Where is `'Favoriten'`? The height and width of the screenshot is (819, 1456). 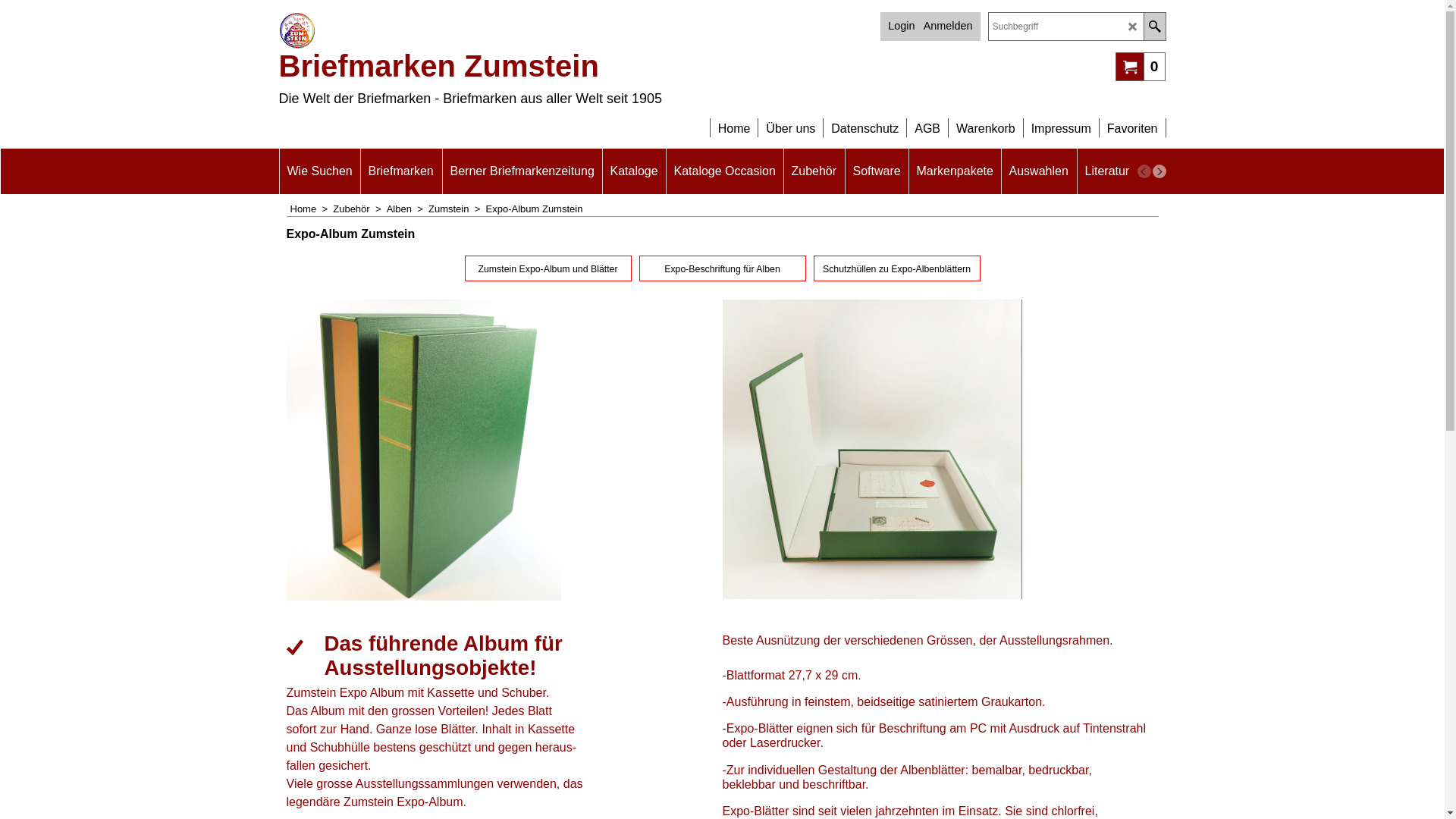
'Favoriten' is located at coordinates (1132, 121).